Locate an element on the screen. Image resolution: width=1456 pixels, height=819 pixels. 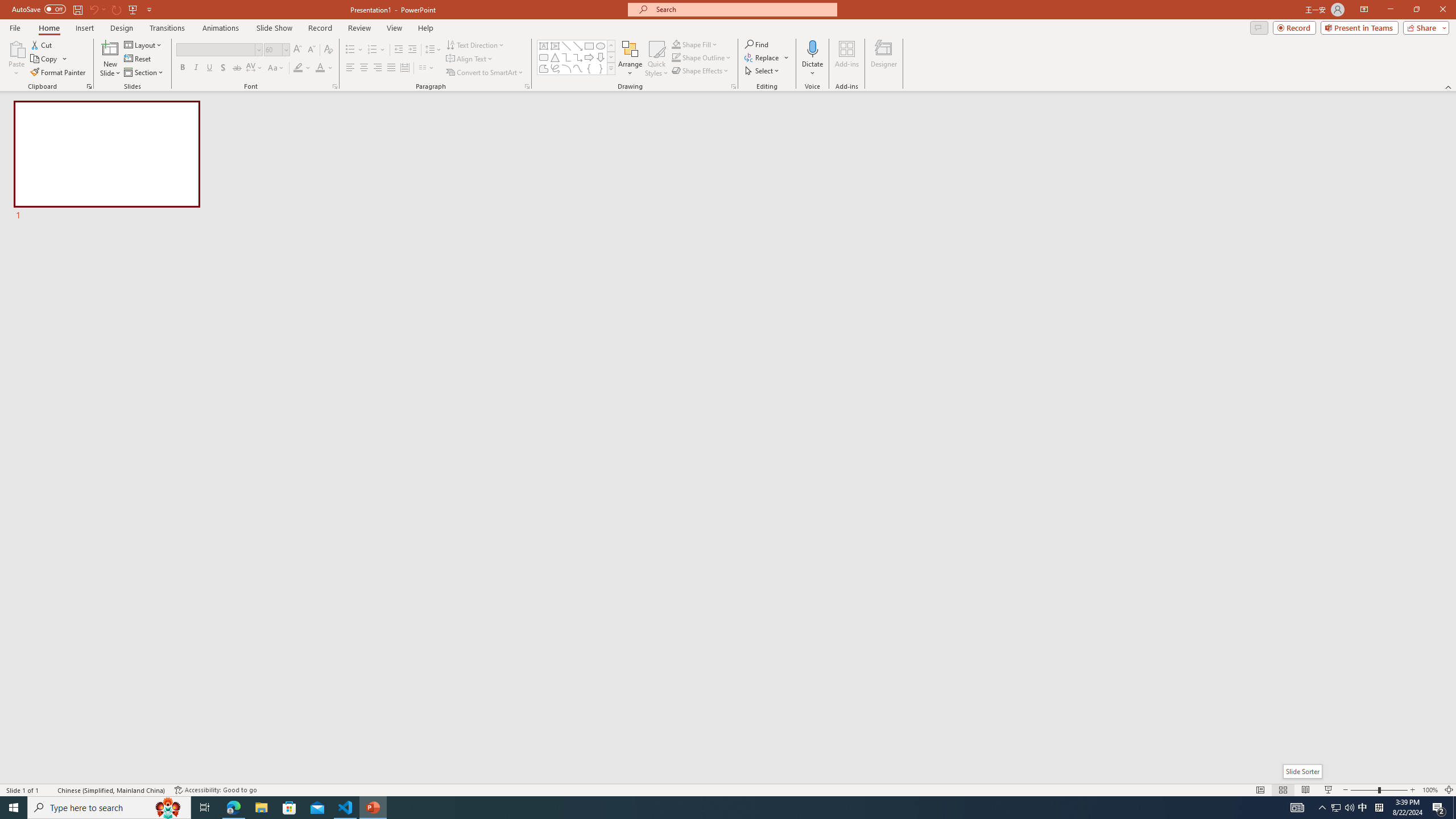
'Bullets' is located at coordinates (354, 49).